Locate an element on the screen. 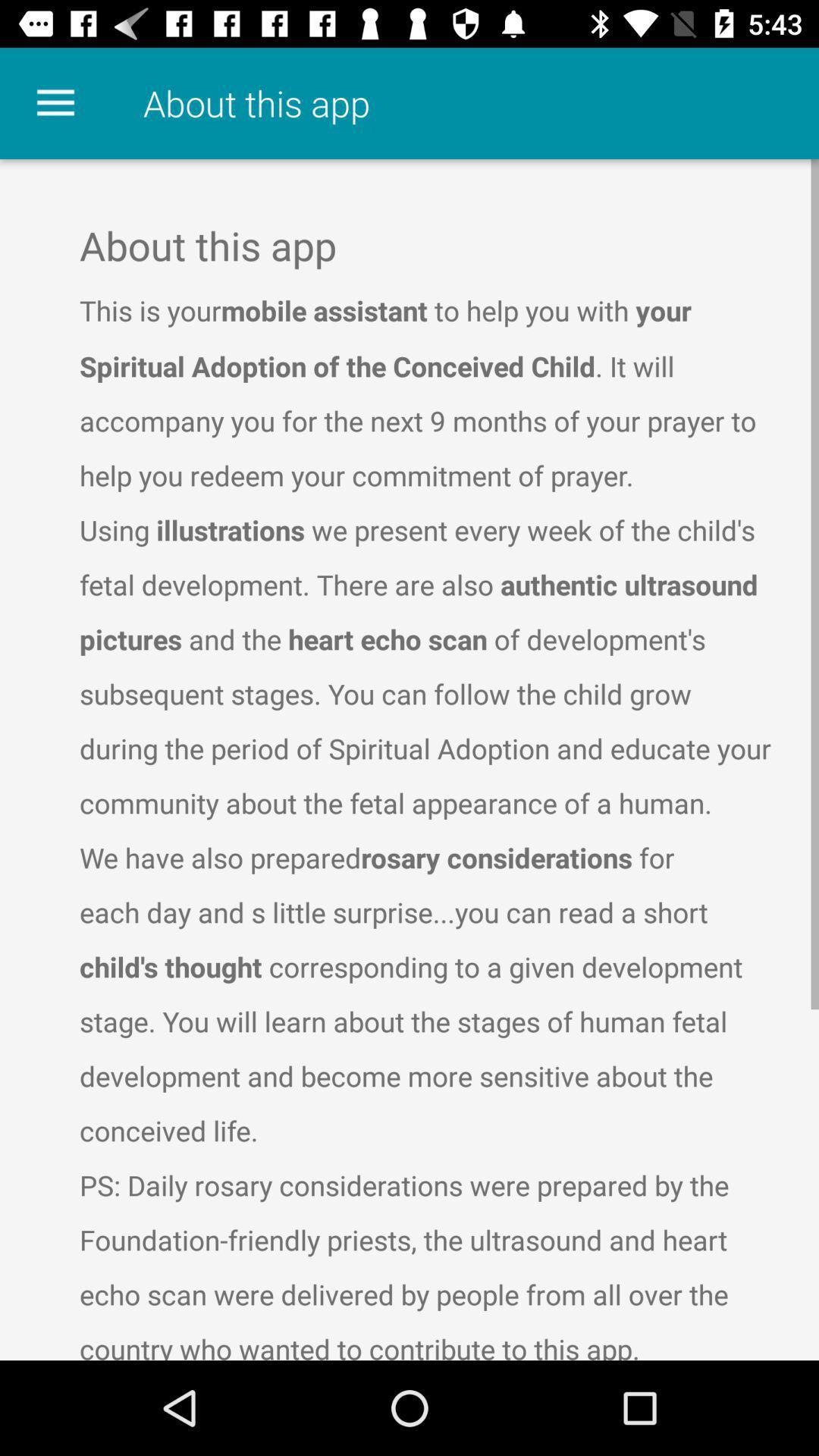 This screenshot has width=819, height=1456. the item next to the about this app icon is located at coordinates (55, 102).